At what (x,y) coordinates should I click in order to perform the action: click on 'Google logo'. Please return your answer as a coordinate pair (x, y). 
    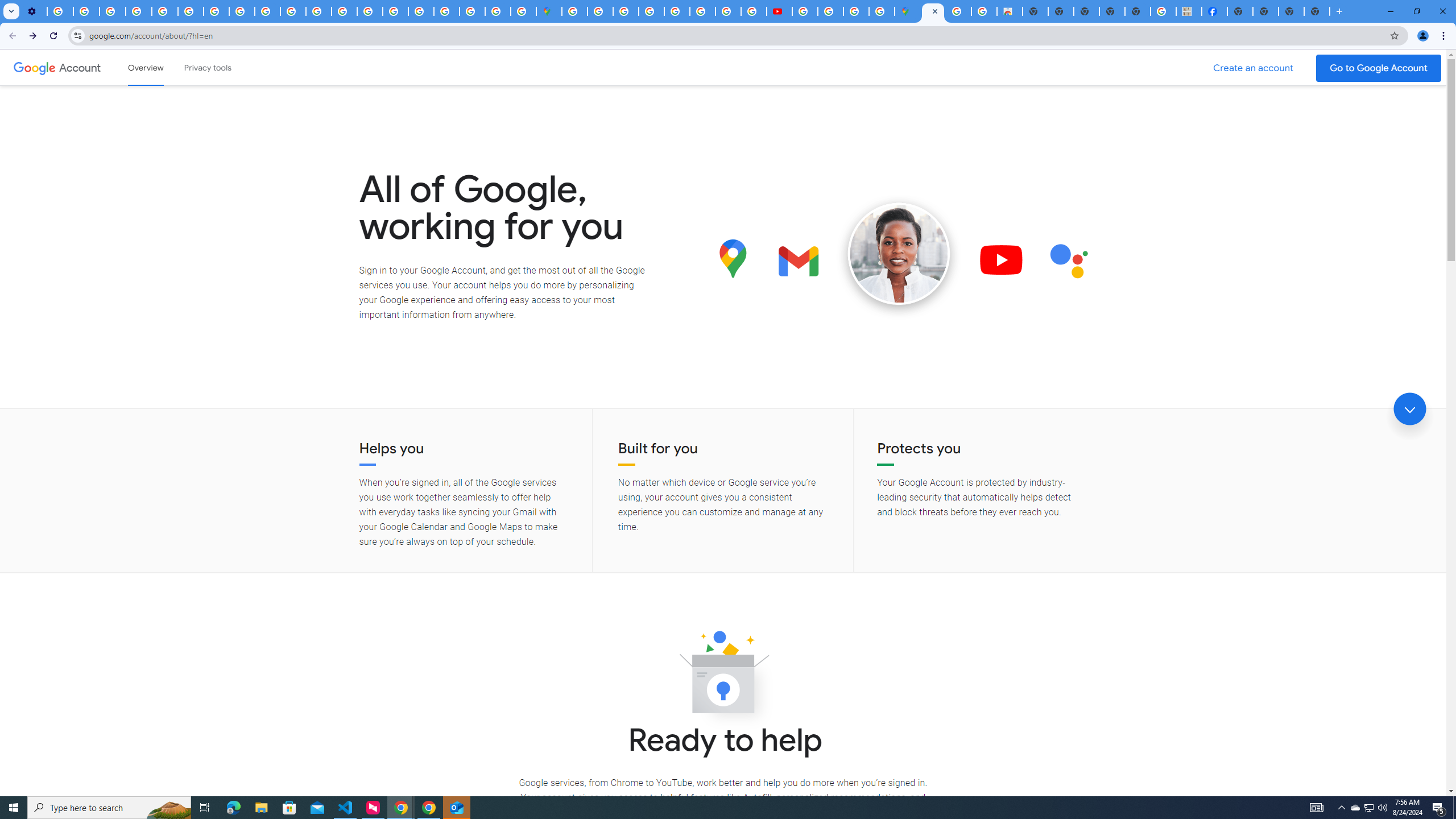
    Looking at the image, I should click on (34, 67).